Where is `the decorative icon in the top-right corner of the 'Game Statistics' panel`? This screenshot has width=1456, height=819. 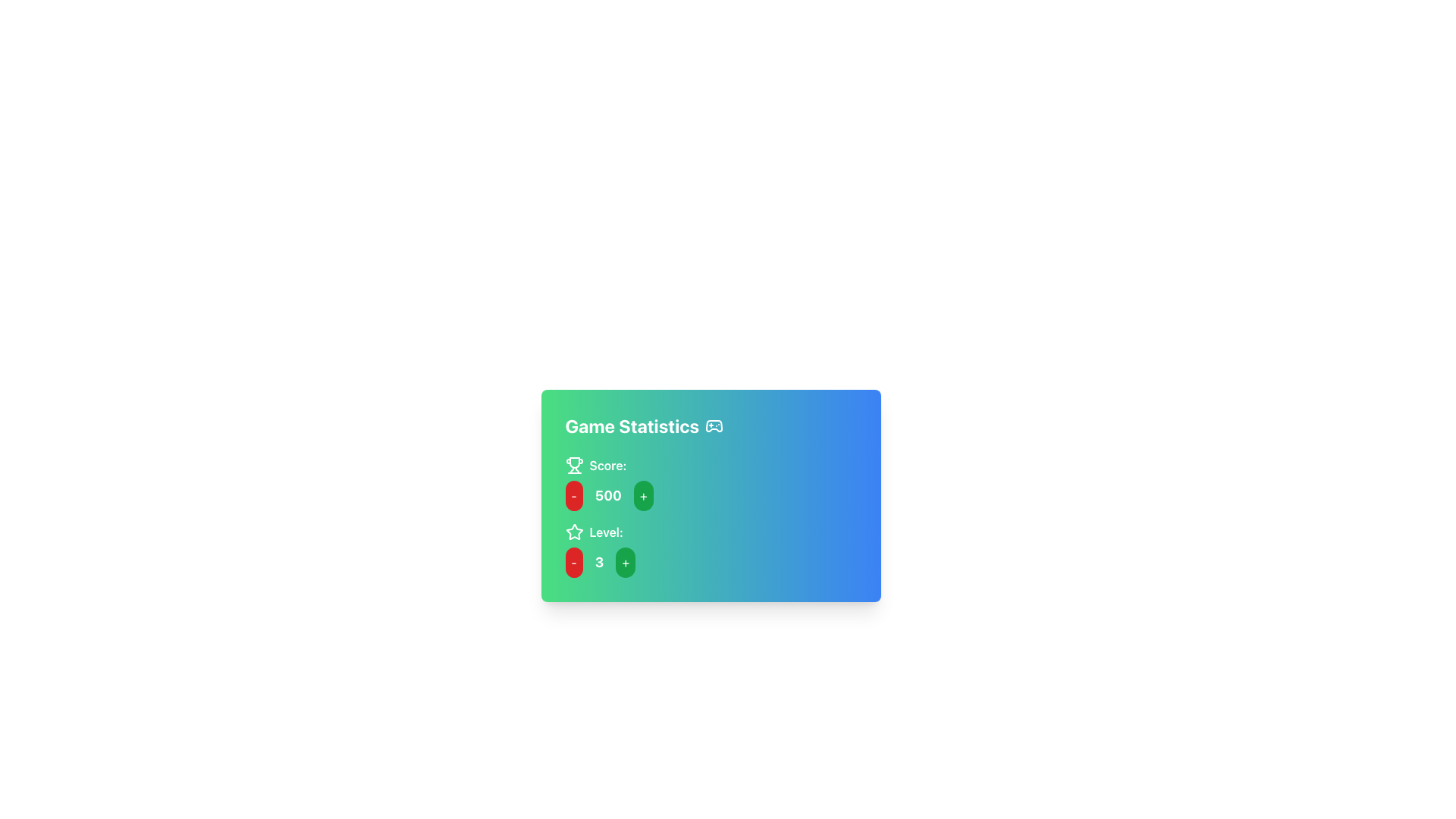 the decorative icon in the top-right corner of the 'Game Statistics' panel is located at coordinates (713, 426).